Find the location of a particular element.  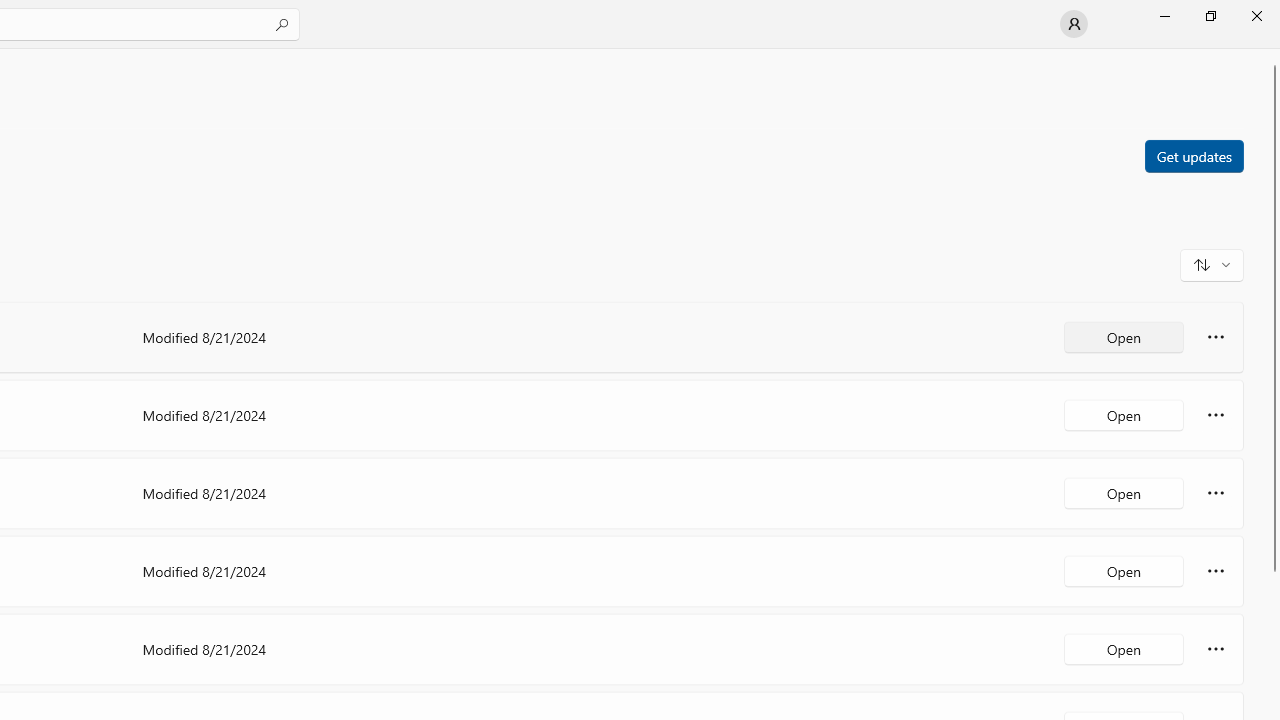

'Minimize Microsoft Store' is located at coordinates (1164, 15).